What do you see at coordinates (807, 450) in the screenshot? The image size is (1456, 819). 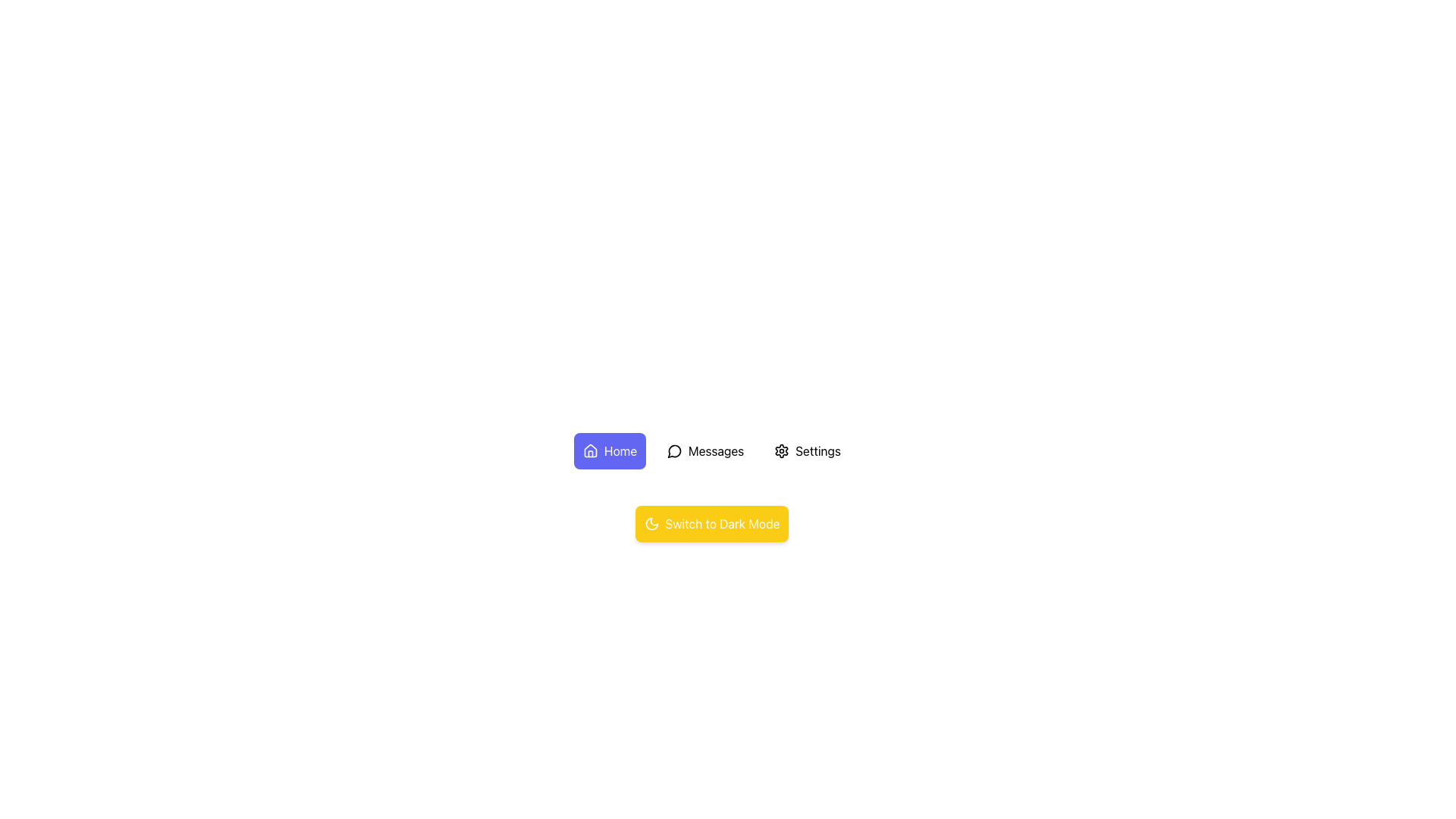 I see `the settings button in the navigation bar` at bounding box center [807, 450].